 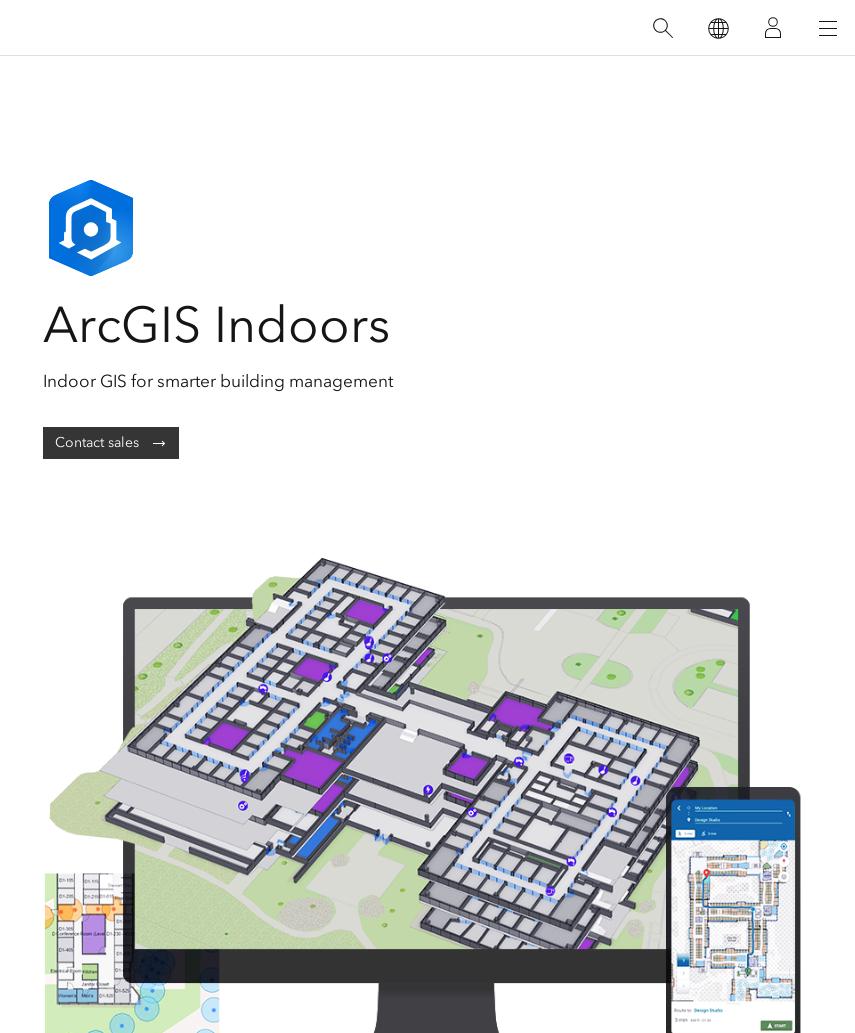 I want to click on 'distributor', so click(x=361, y=161).